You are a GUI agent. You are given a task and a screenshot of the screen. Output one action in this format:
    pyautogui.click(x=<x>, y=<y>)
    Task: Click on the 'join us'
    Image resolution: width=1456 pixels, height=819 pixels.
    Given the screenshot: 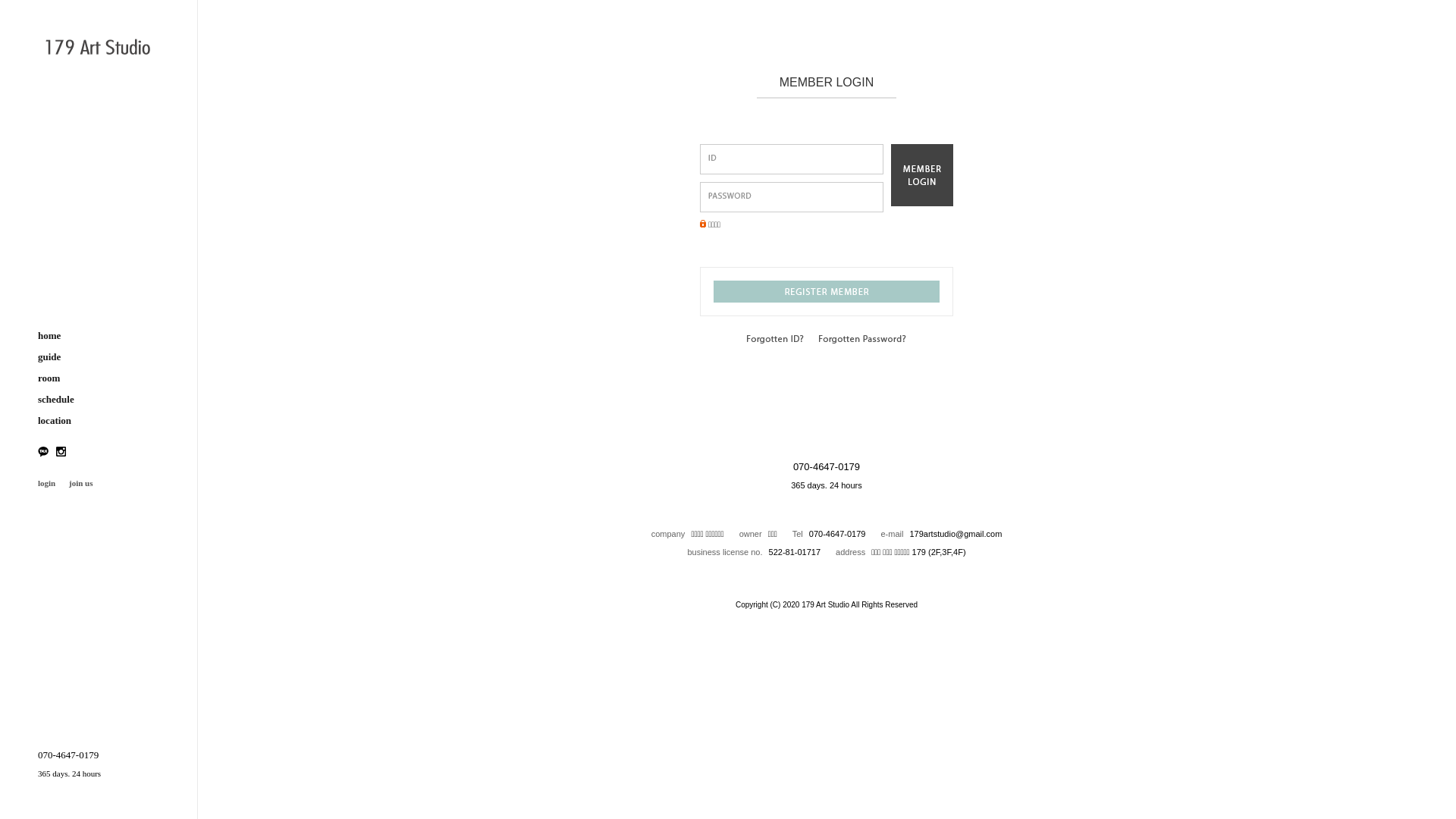 What is the action you would take?
    pyautogui.click(x=80, y=482)
    